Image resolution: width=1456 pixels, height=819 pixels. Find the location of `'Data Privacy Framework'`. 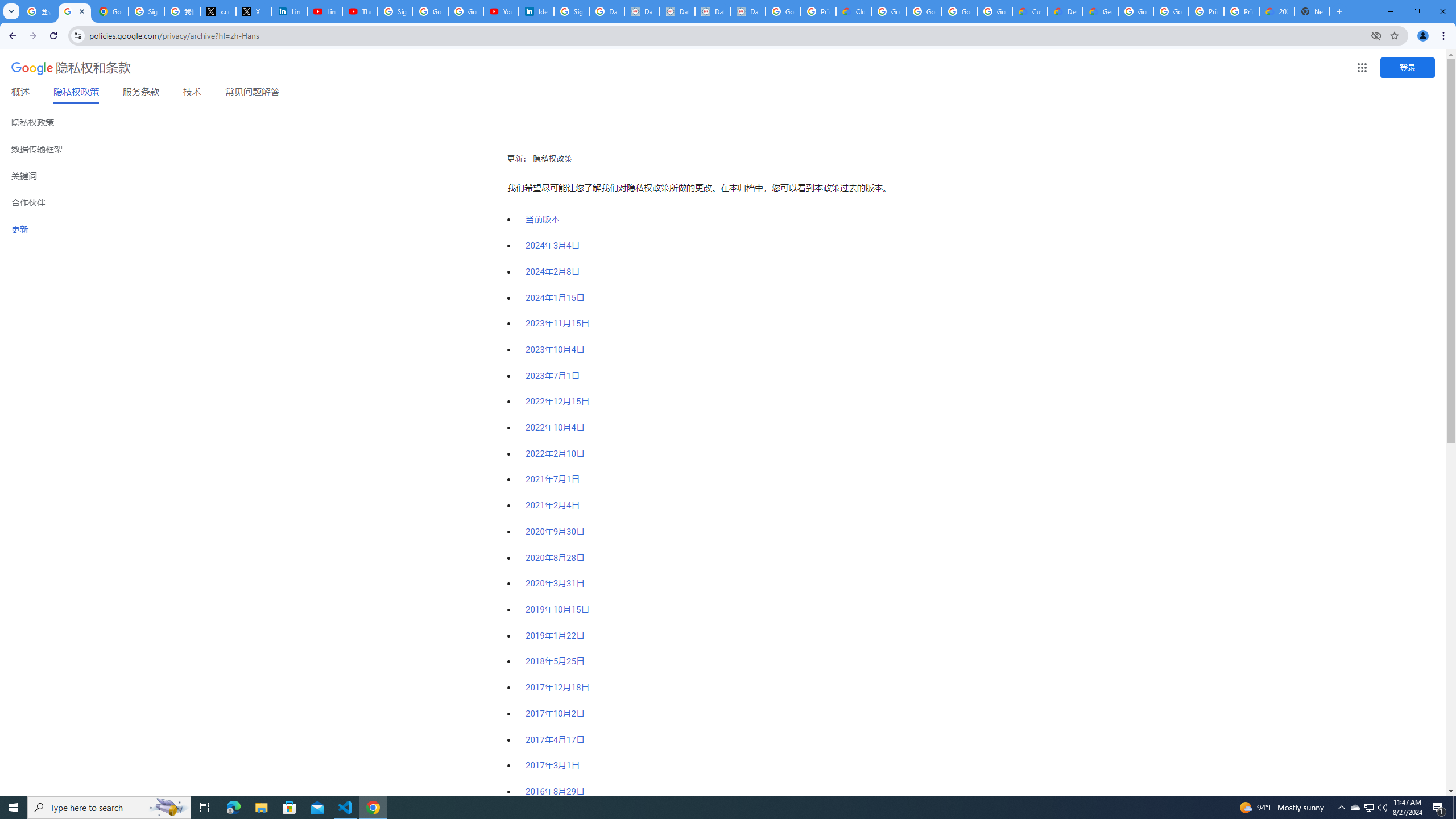

'Data Privacy Framework' is located at coordinates (677, 11).